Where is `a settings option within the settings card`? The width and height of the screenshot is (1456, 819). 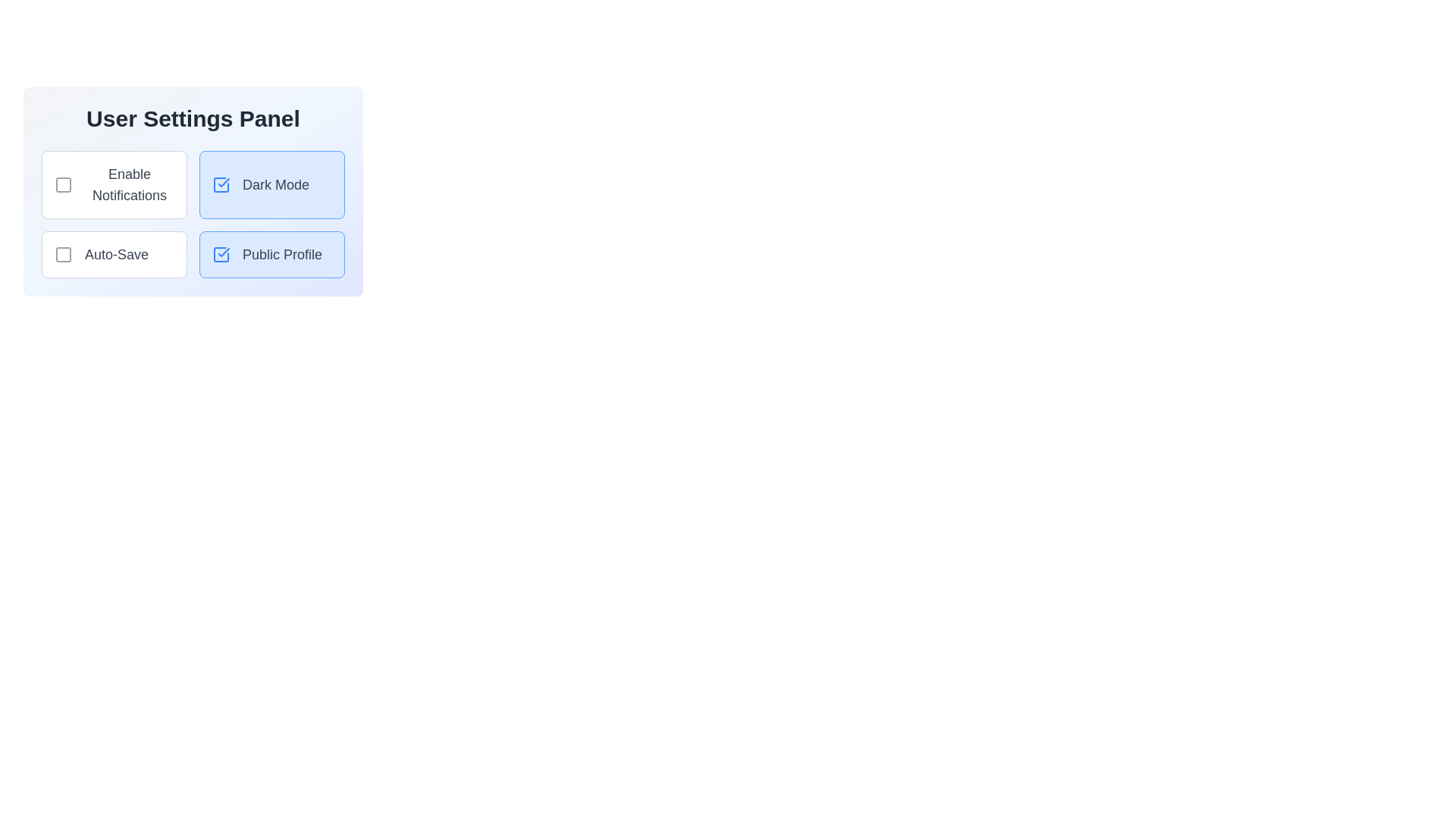
a settings option within the settings card is located at coordinates (192, 191).